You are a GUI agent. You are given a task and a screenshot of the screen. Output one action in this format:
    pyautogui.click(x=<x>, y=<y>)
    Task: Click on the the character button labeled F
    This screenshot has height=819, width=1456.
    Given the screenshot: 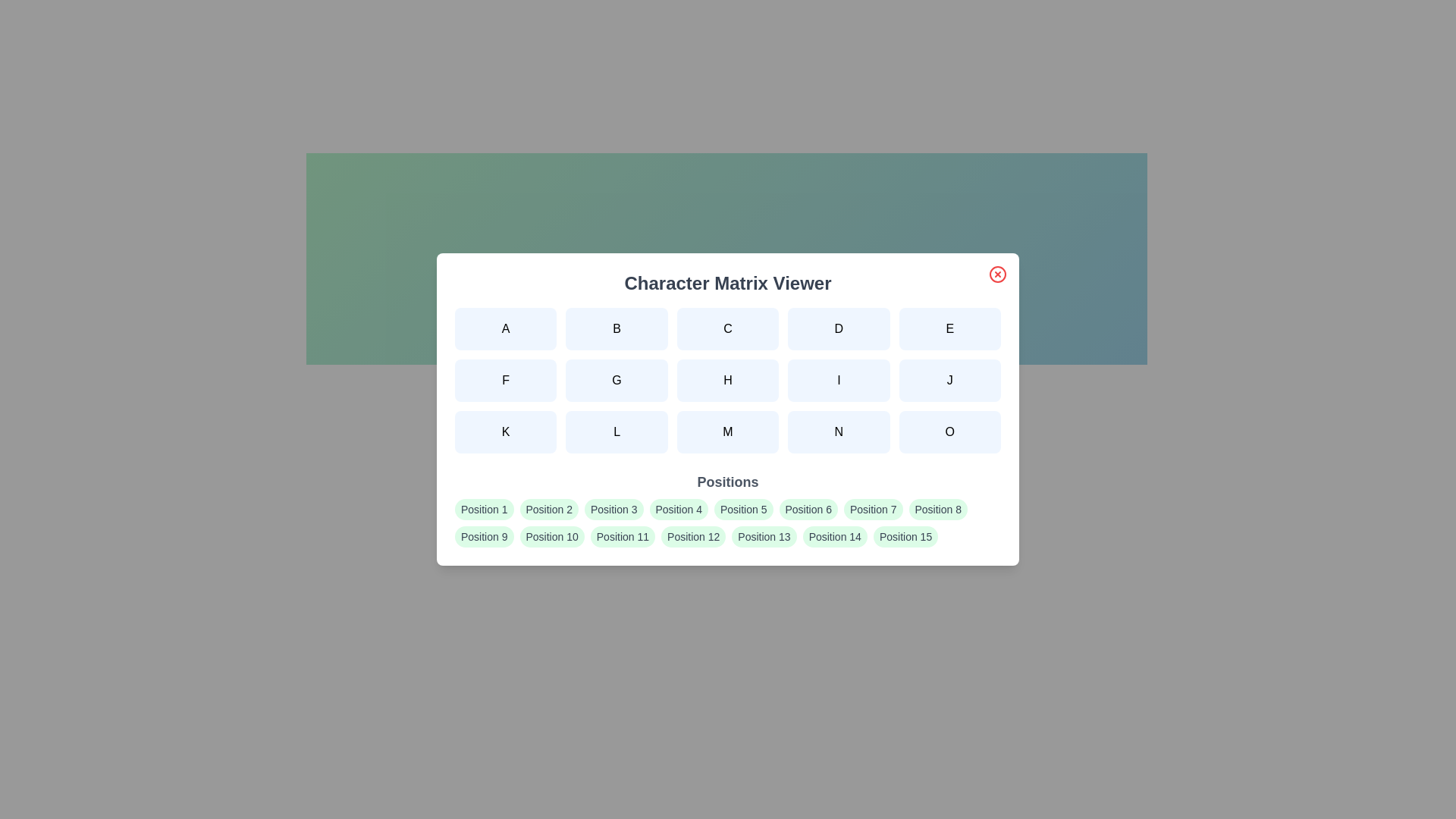 What is the action you would take?
    pyautogui.click(x=506, y=379)
    